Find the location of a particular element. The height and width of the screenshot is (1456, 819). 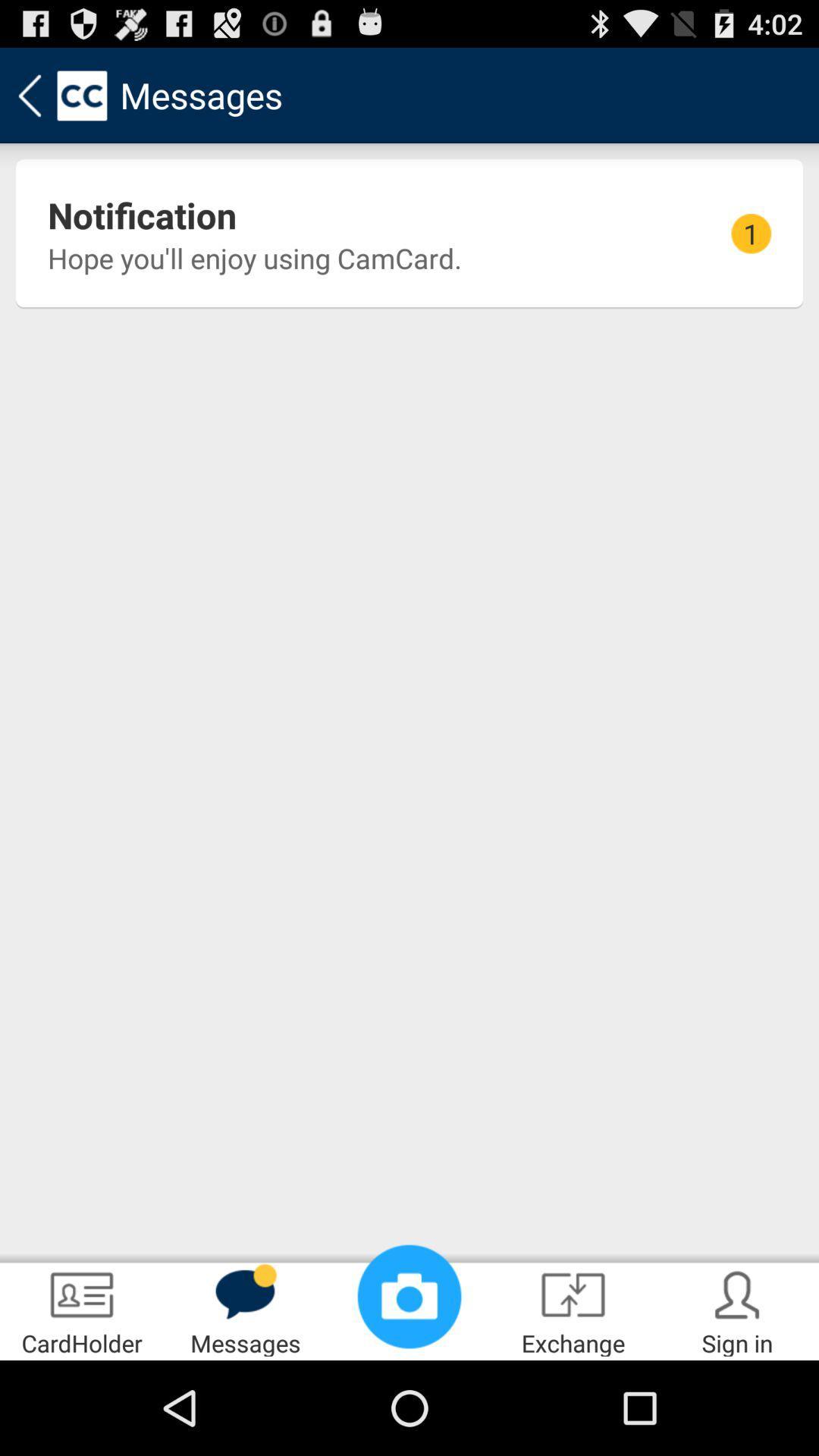

app below hope you ll icon is located at coordinates (409, 1295).